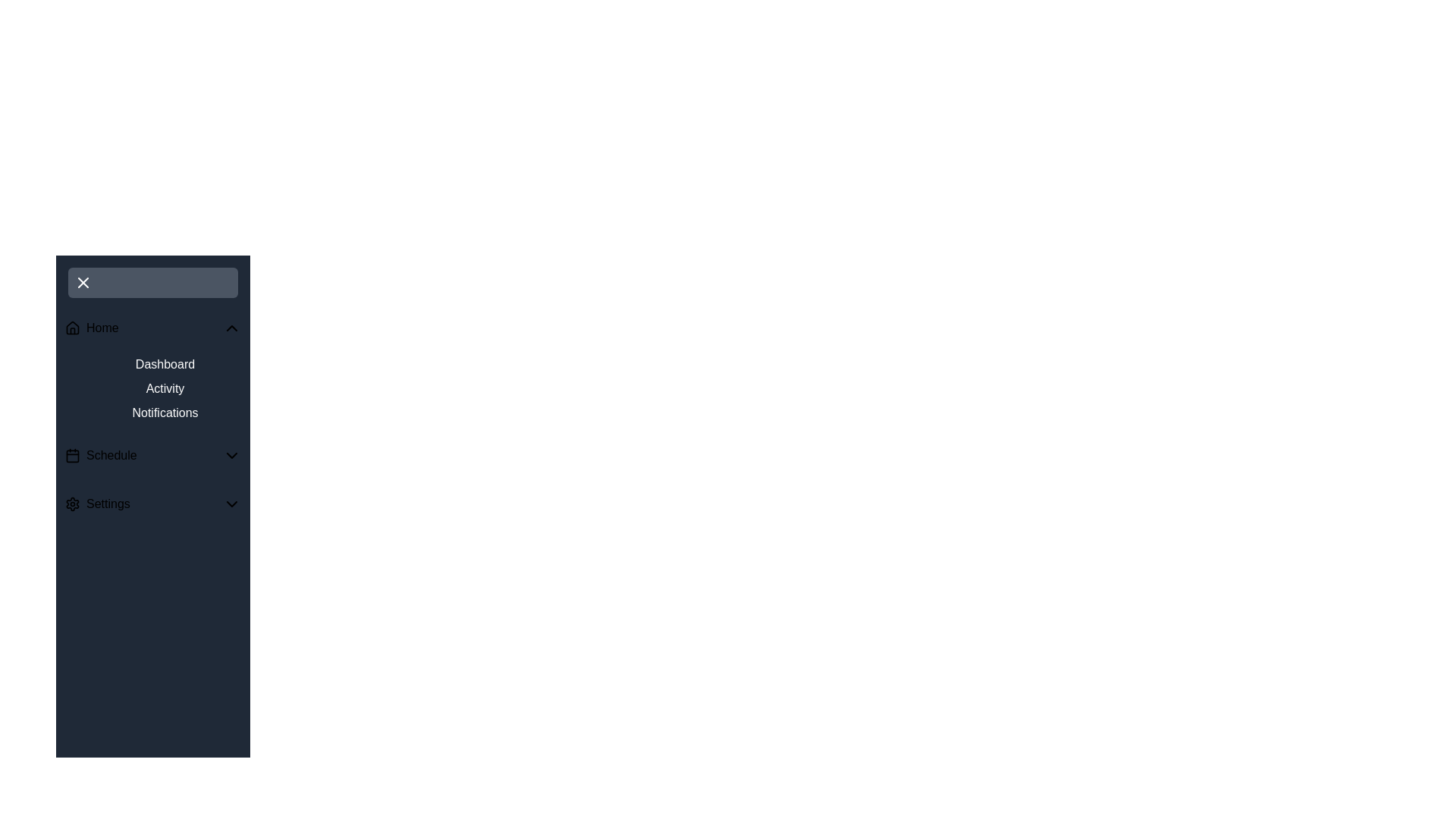  Describe the element at coordinates (72, 455) in the screenshot. I see `the central rectangular area of the calendar icon located in the sidebar menu` at that location.